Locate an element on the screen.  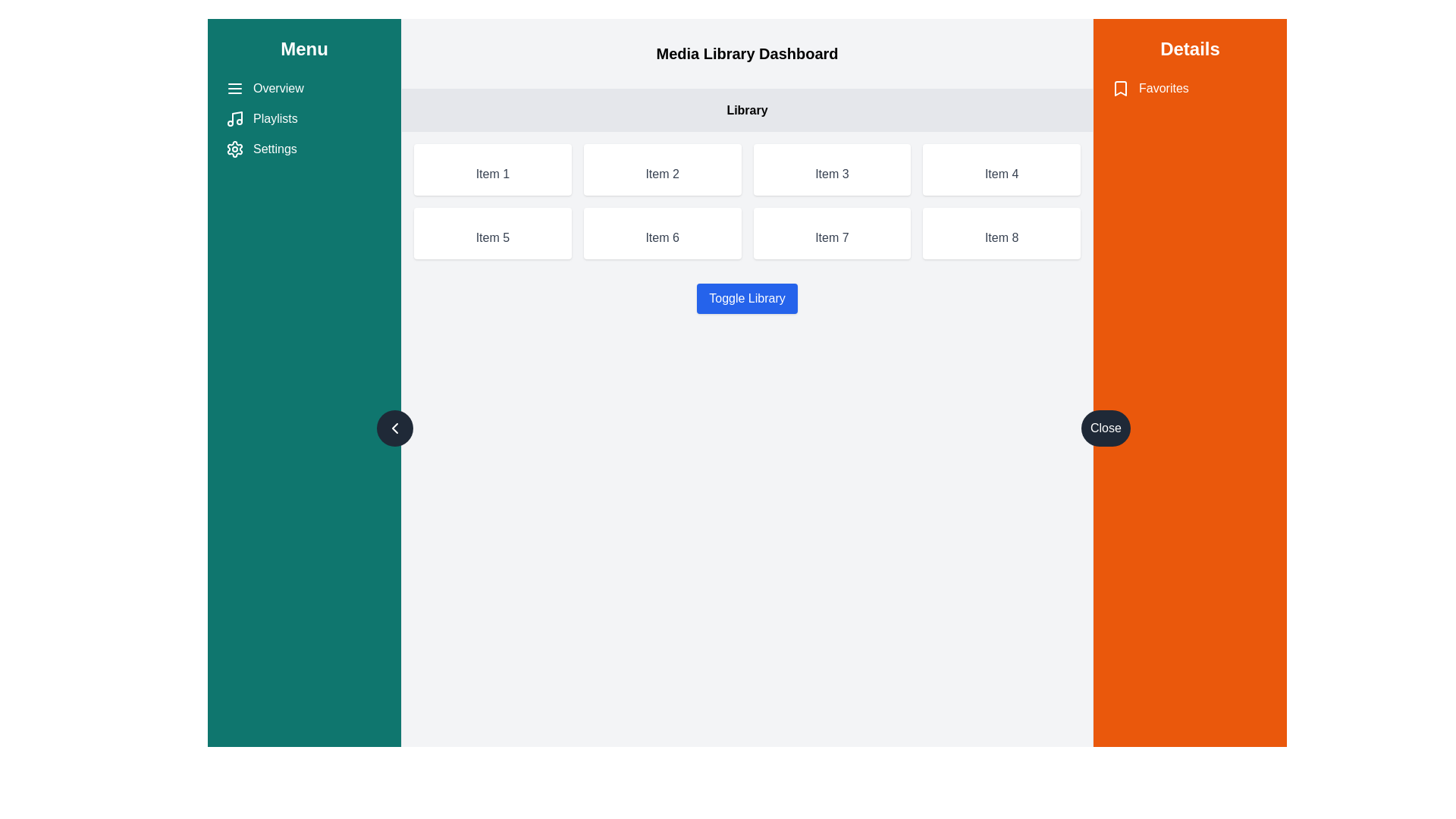
the 'Settings' icon located in the vertical menu on the left side of the interface, directly aligned with the 'Settings' text and positioned below the 'Playlists' option is located at coordinates (234, 149).